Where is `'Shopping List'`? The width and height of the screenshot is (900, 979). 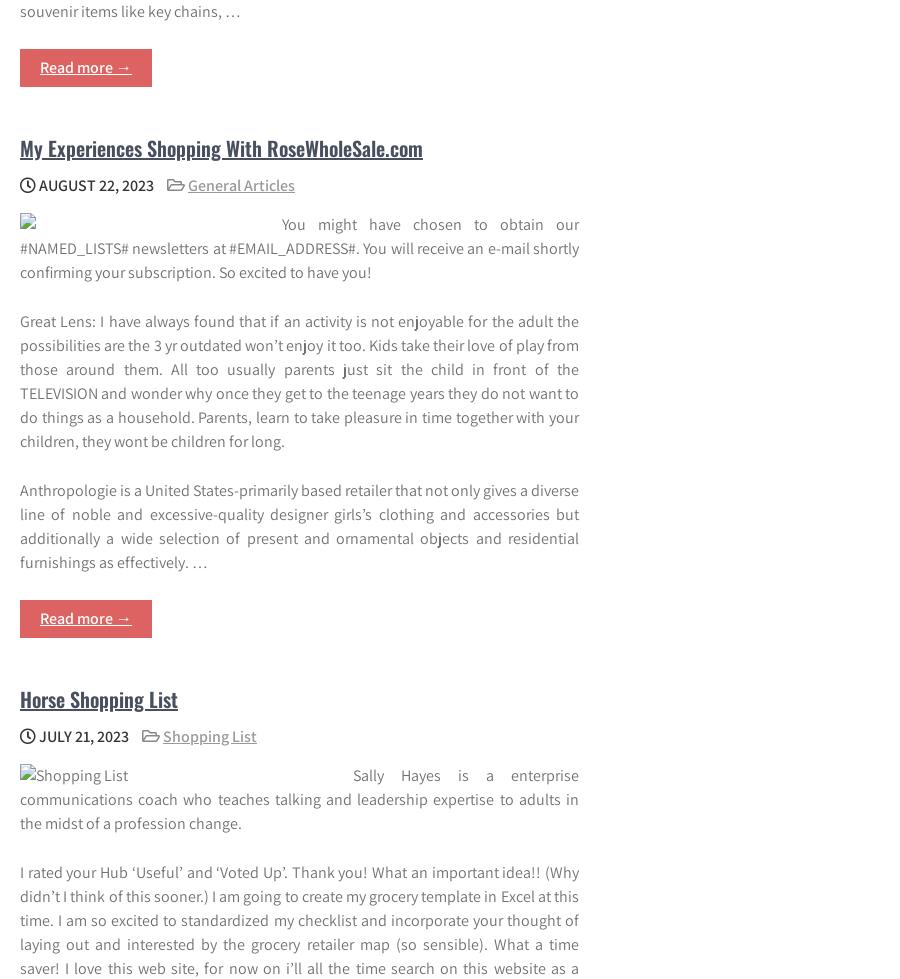
'Shopping List' is located at coordinates (162, 734).